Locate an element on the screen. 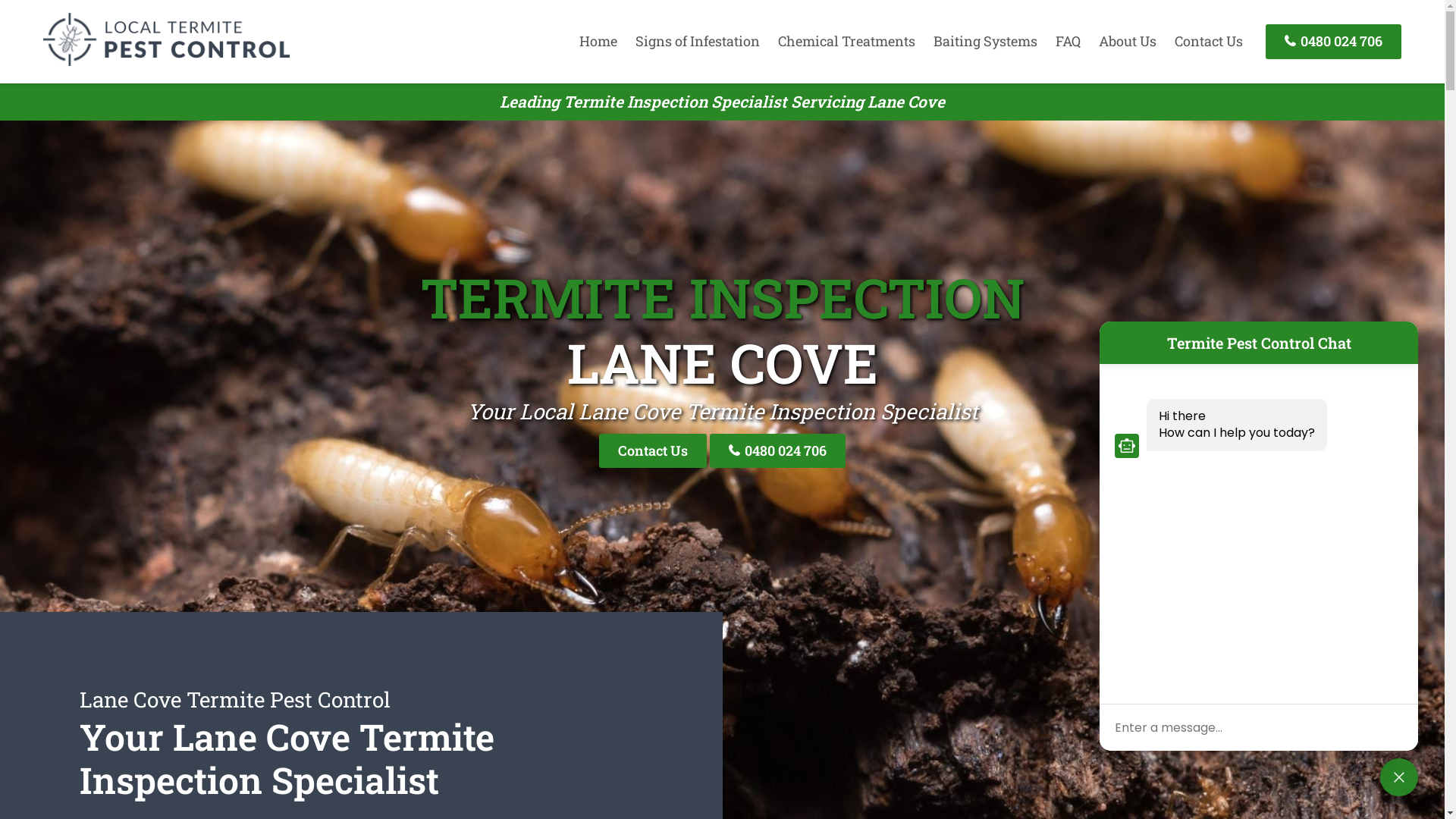  'close' is located at coordinates (1379, 777).